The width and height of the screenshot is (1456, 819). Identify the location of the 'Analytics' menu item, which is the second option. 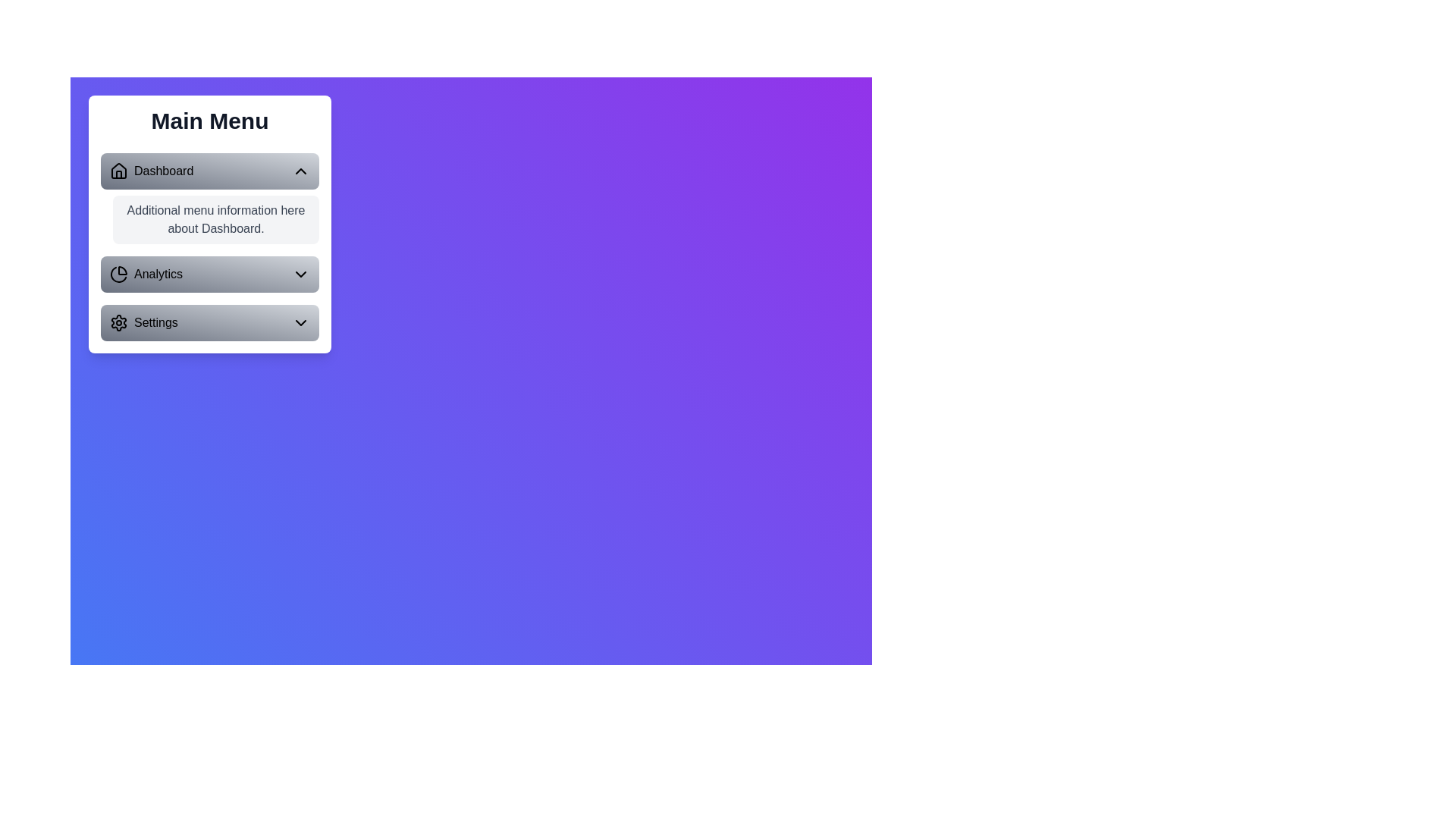
(146, 275).